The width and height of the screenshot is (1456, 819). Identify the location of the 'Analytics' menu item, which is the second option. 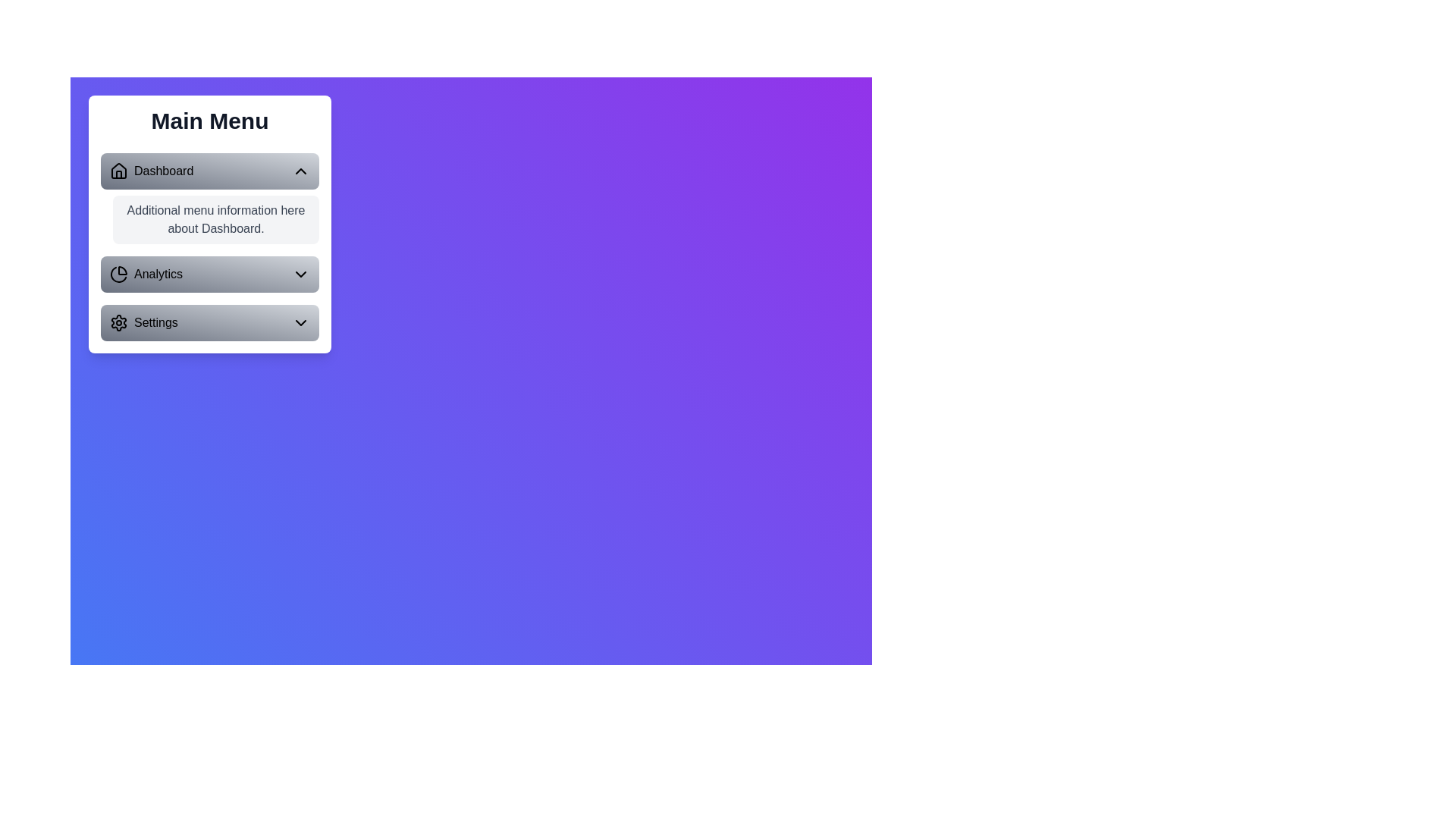
(146, 275).